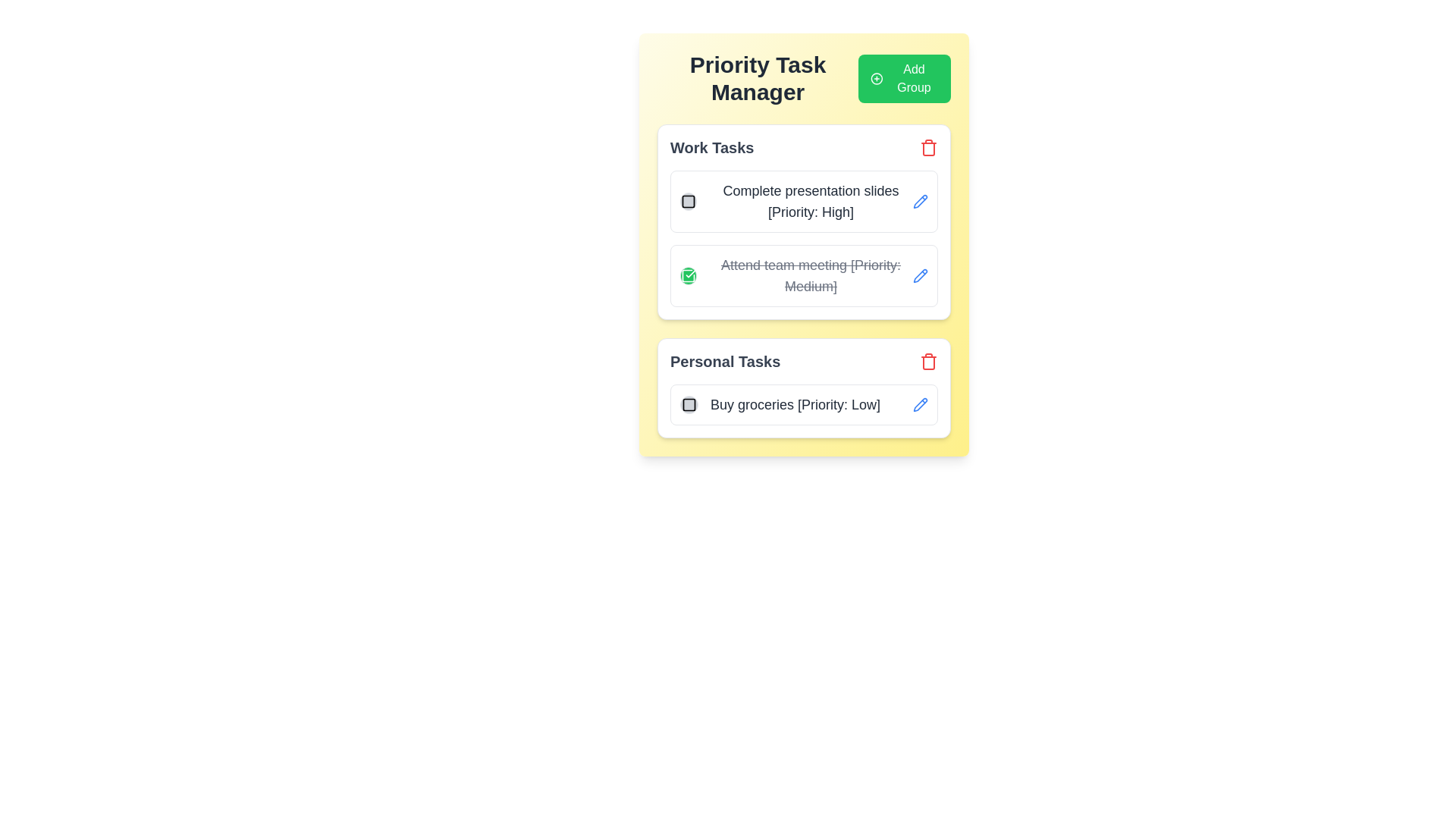 This screenshot has height=819, width=1456. Describe the element at coordinates (687, 201) in the screenshot. I see `the checkbox` at that location.